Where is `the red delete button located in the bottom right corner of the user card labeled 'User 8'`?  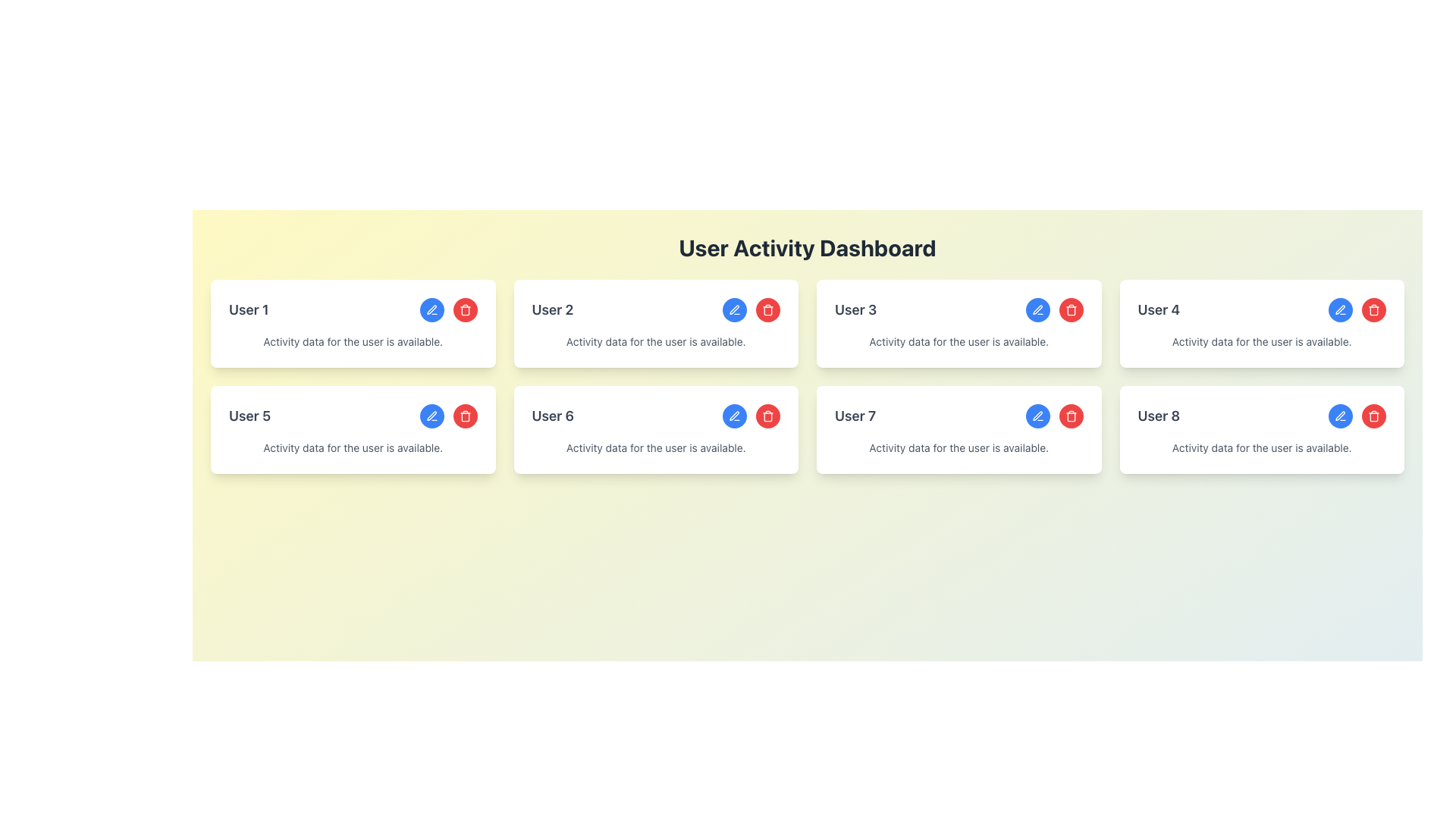 the red delete button located in the bottom right corner of the user card labeled 'User 8' is located at coordinates (1357, 416).